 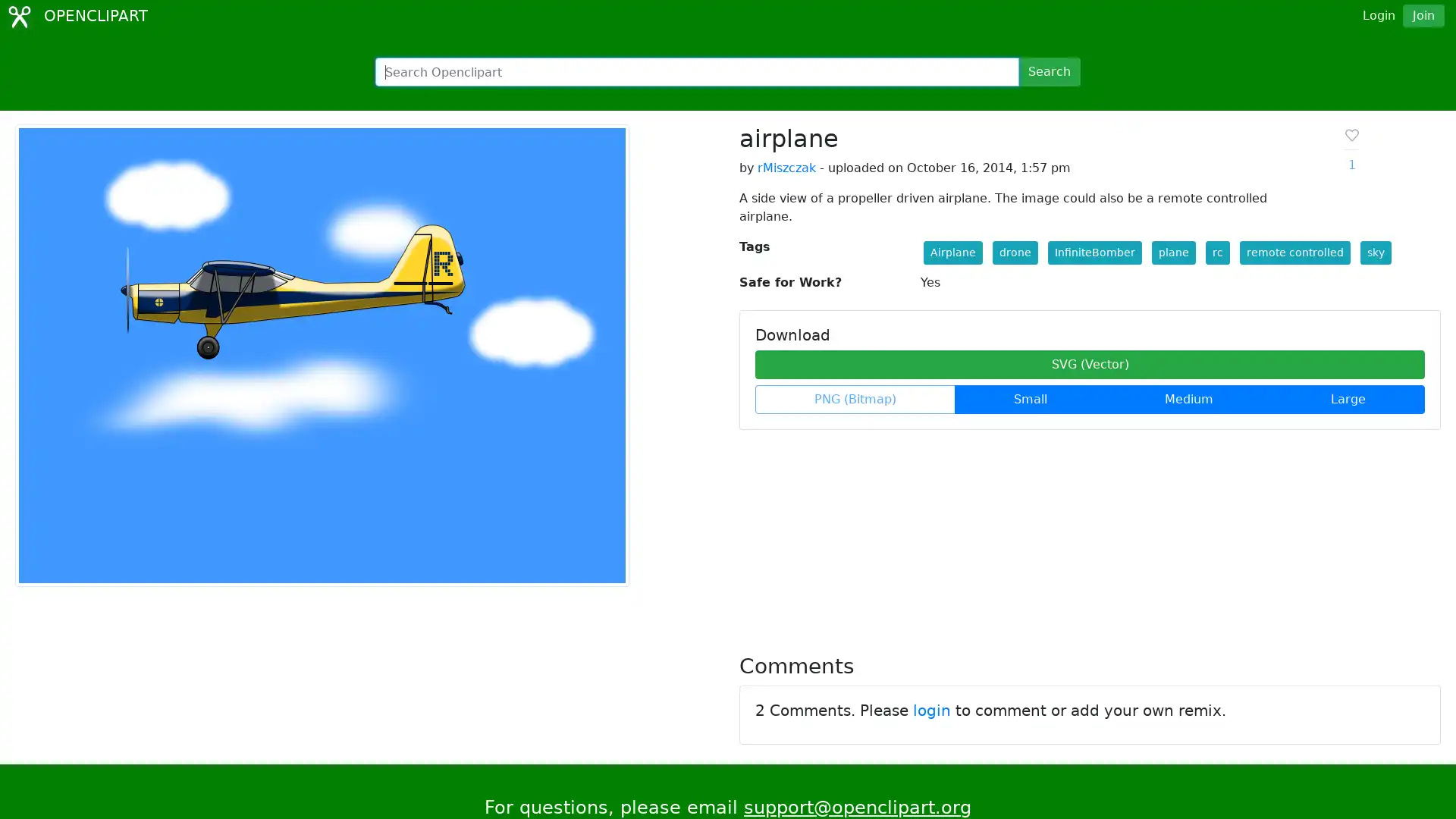 I want to click on Airplane, so click(x=952, y=252).